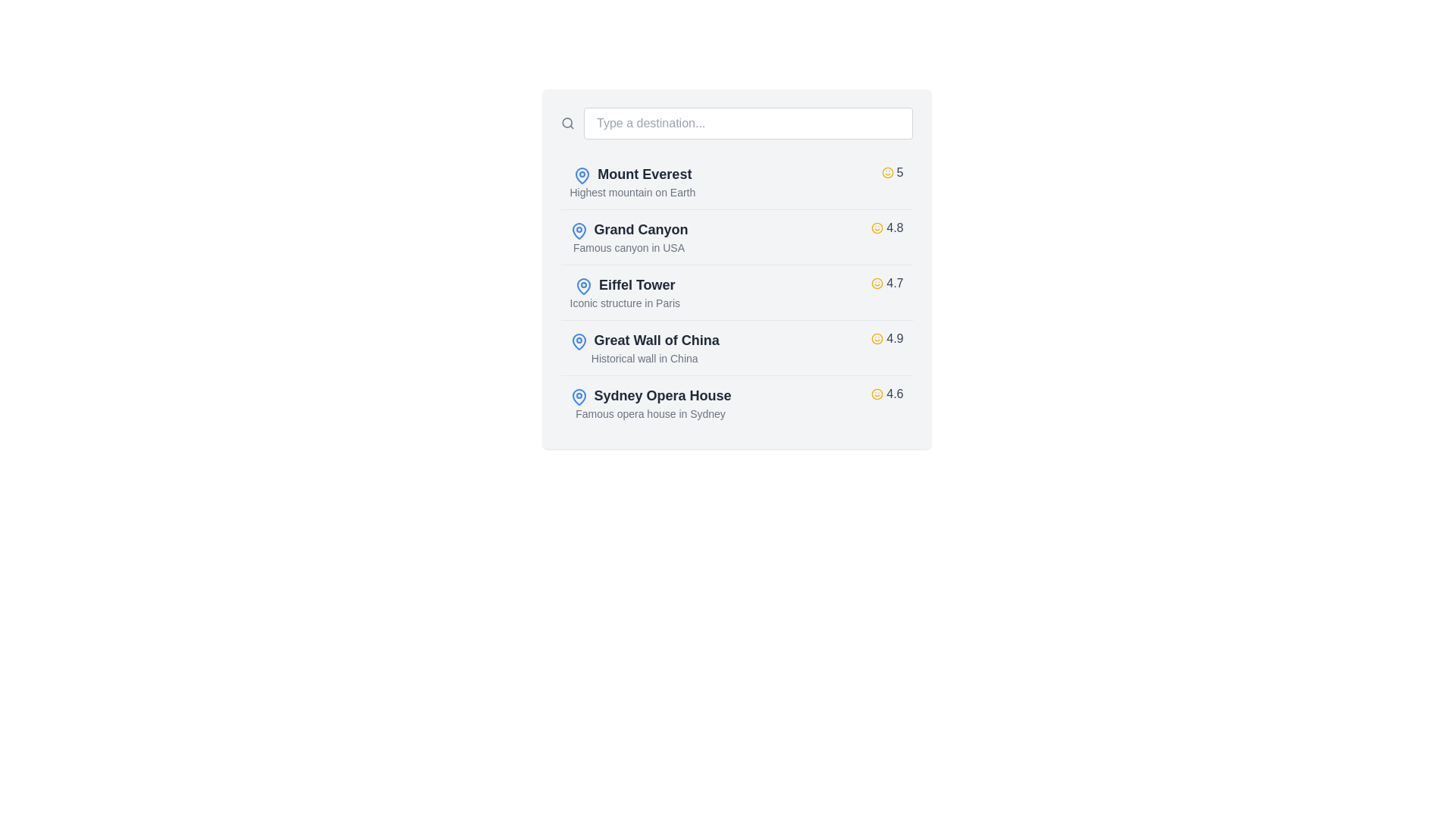 The image size is (1456, 819). What do you see at coordinates (625, 303) in the screenshot?
I see `the text label that provides descriptive information about the Eiffel Tower, located directly below the title 'Eiffel Tower' in a vertical list of destinations` at bounding box center [625, 303].